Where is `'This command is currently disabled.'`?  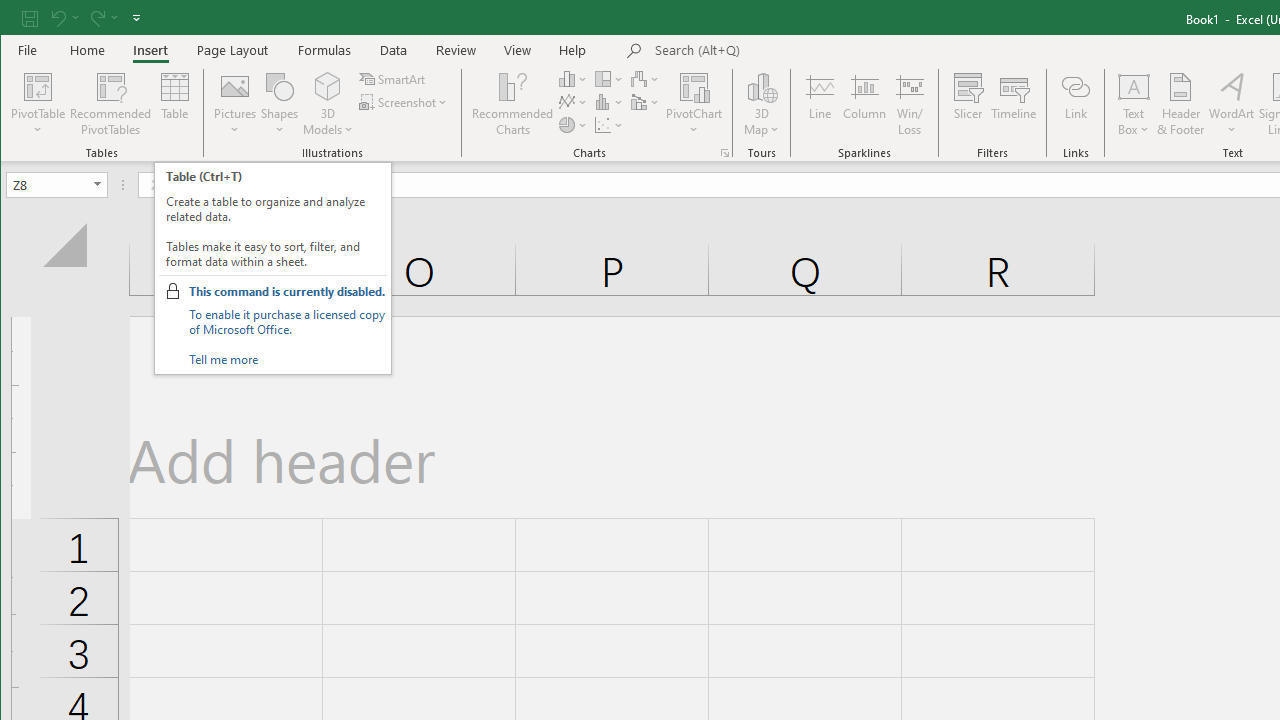 'This command is currently disabled.' is located at coordinates (285, 291).